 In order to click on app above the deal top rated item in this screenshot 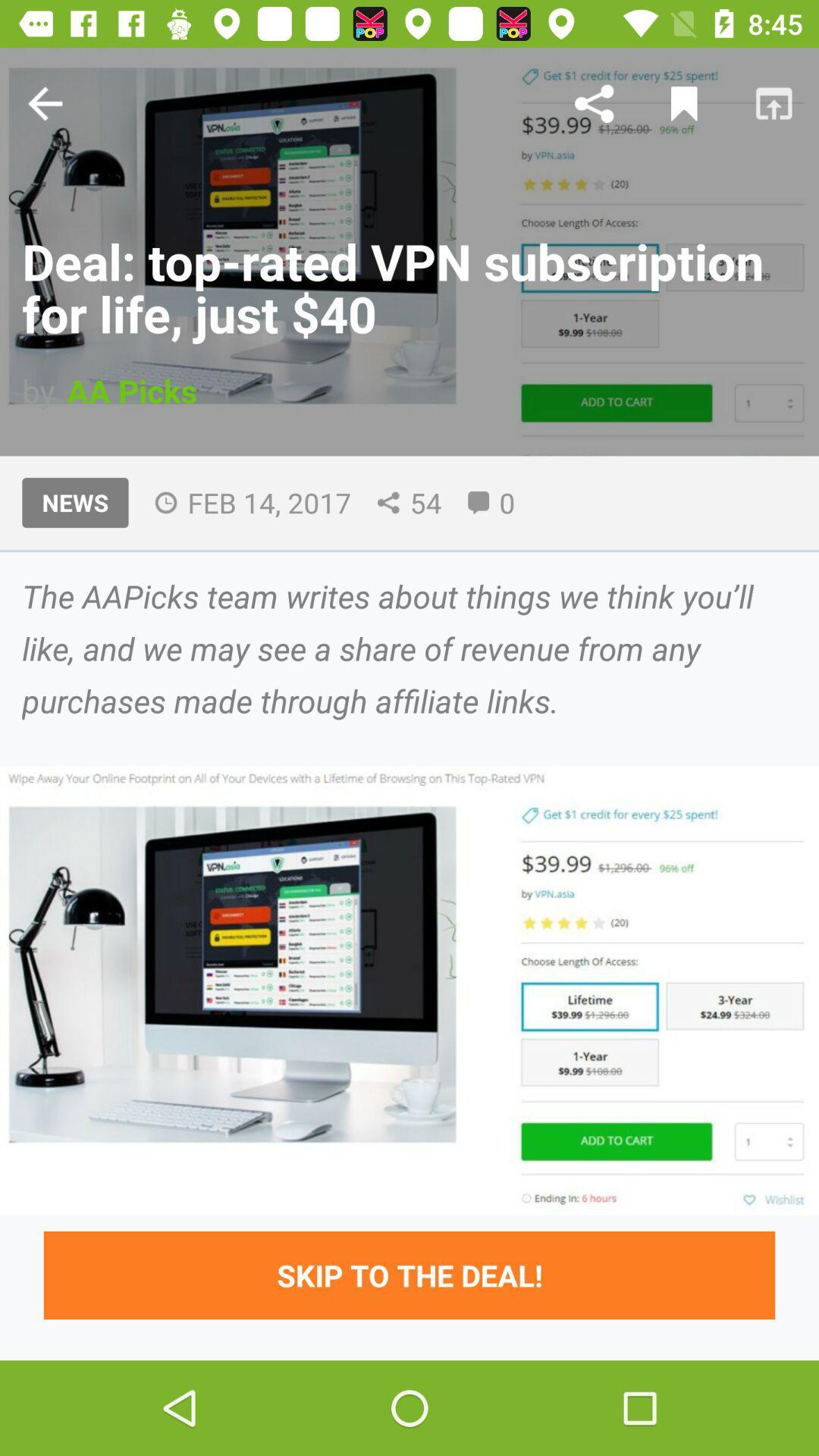, I will do `click(44, 102)`.